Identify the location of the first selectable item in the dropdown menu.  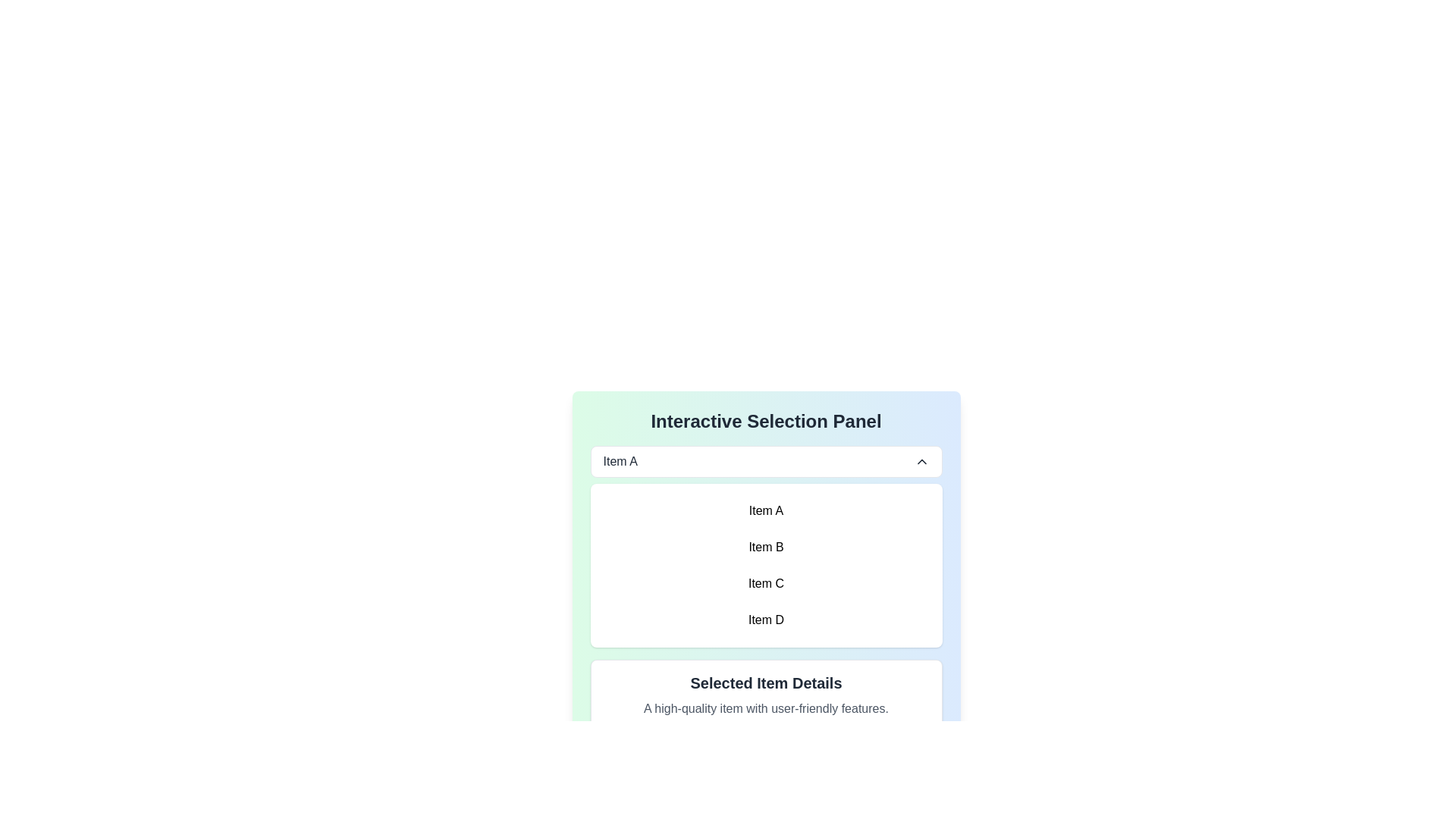
(766, 511).